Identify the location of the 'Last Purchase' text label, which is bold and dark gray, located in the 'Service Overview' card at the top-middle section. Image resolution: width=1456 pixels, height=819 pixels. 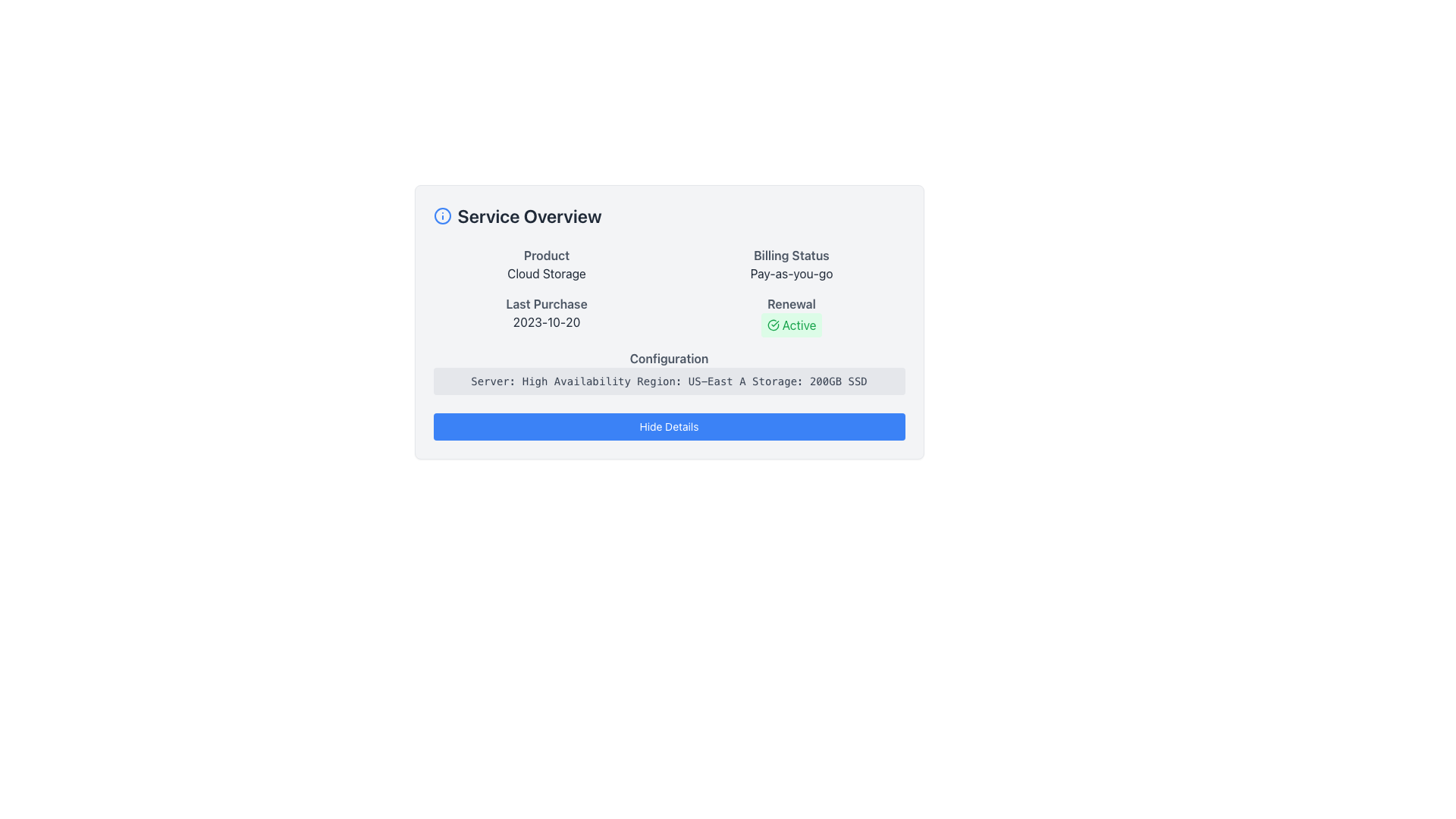
(546, 304).